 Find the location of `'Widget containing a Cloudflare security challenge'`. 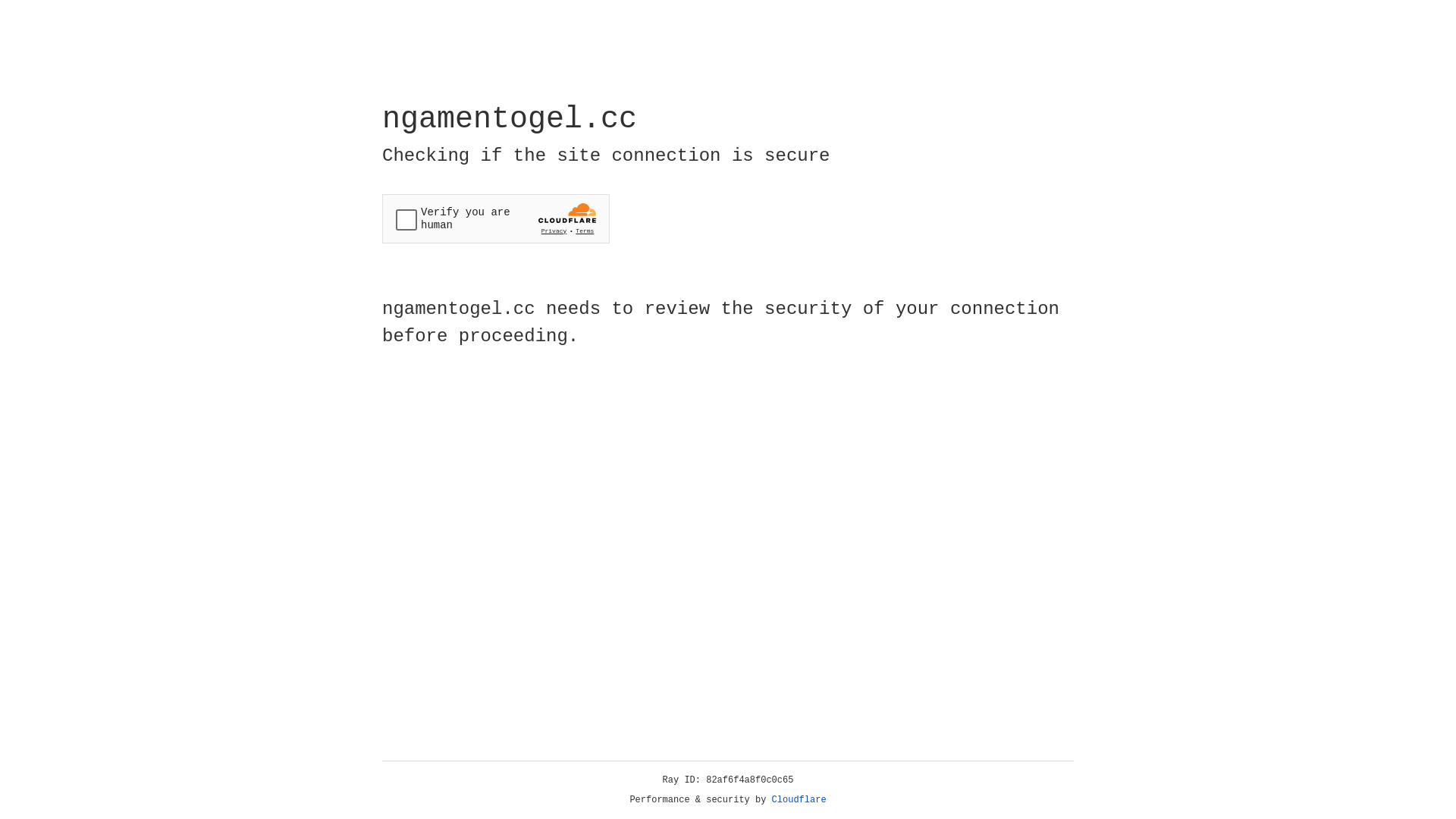

'Widget containing a Cloudflare security challenge' is located at coordinates (495, 218).